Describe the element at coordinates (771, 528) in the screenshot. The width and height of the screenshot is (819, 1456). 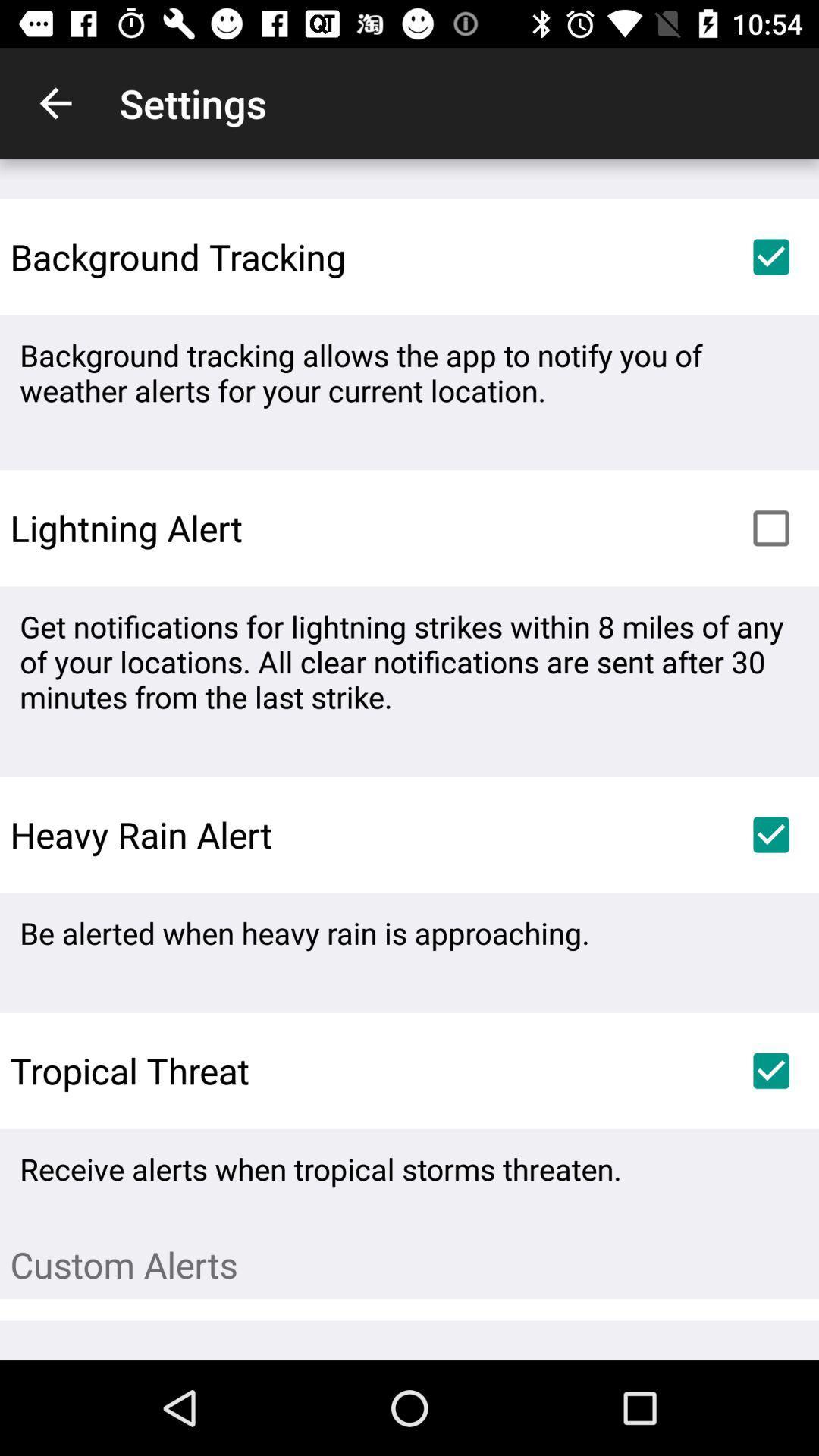
I see `tick the box` at that location.